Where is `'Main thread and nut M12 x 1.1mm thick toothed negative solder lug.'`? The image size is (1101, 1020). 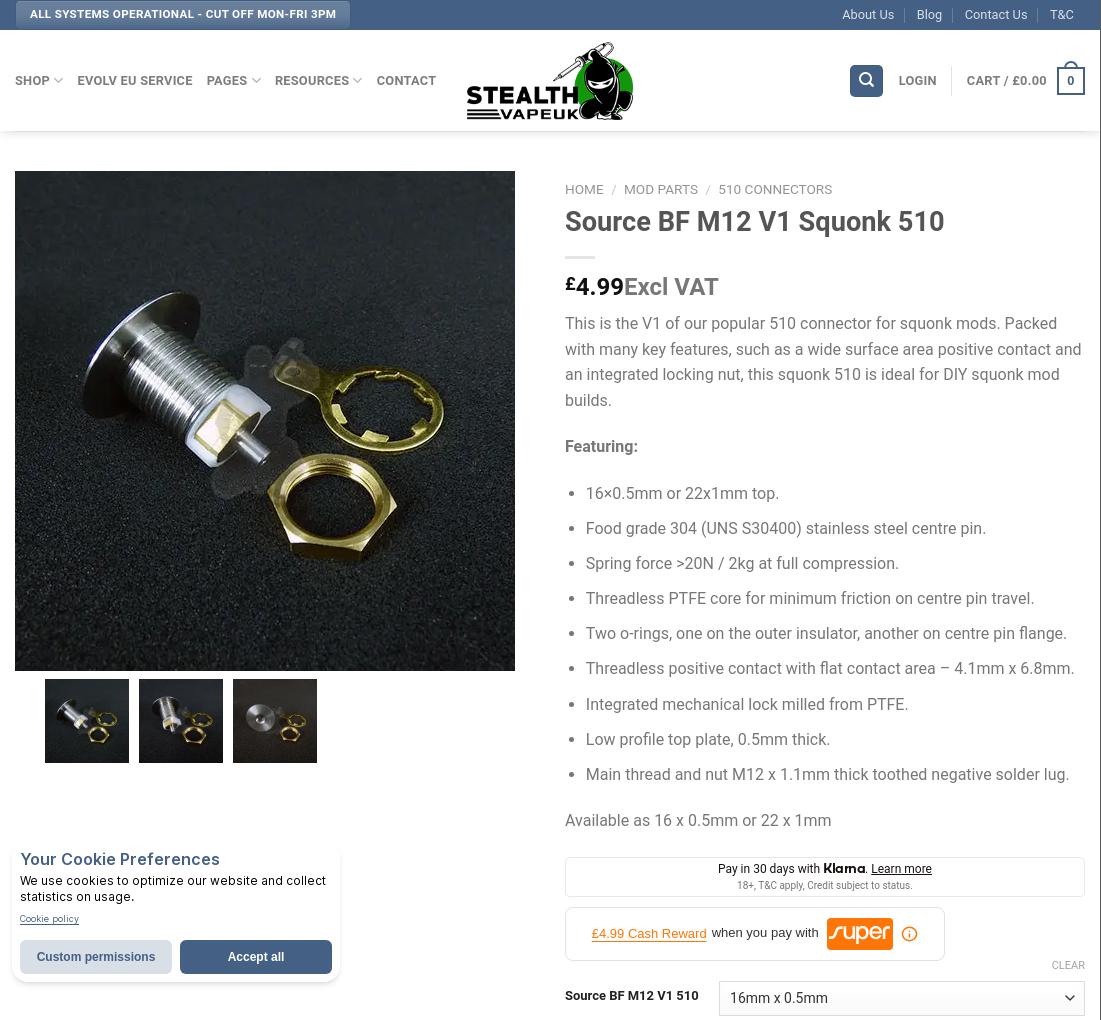 'Main thread and nut M12 x 1.1mm thick toothed negative solder lug.' is located at coordinates (826, 773).